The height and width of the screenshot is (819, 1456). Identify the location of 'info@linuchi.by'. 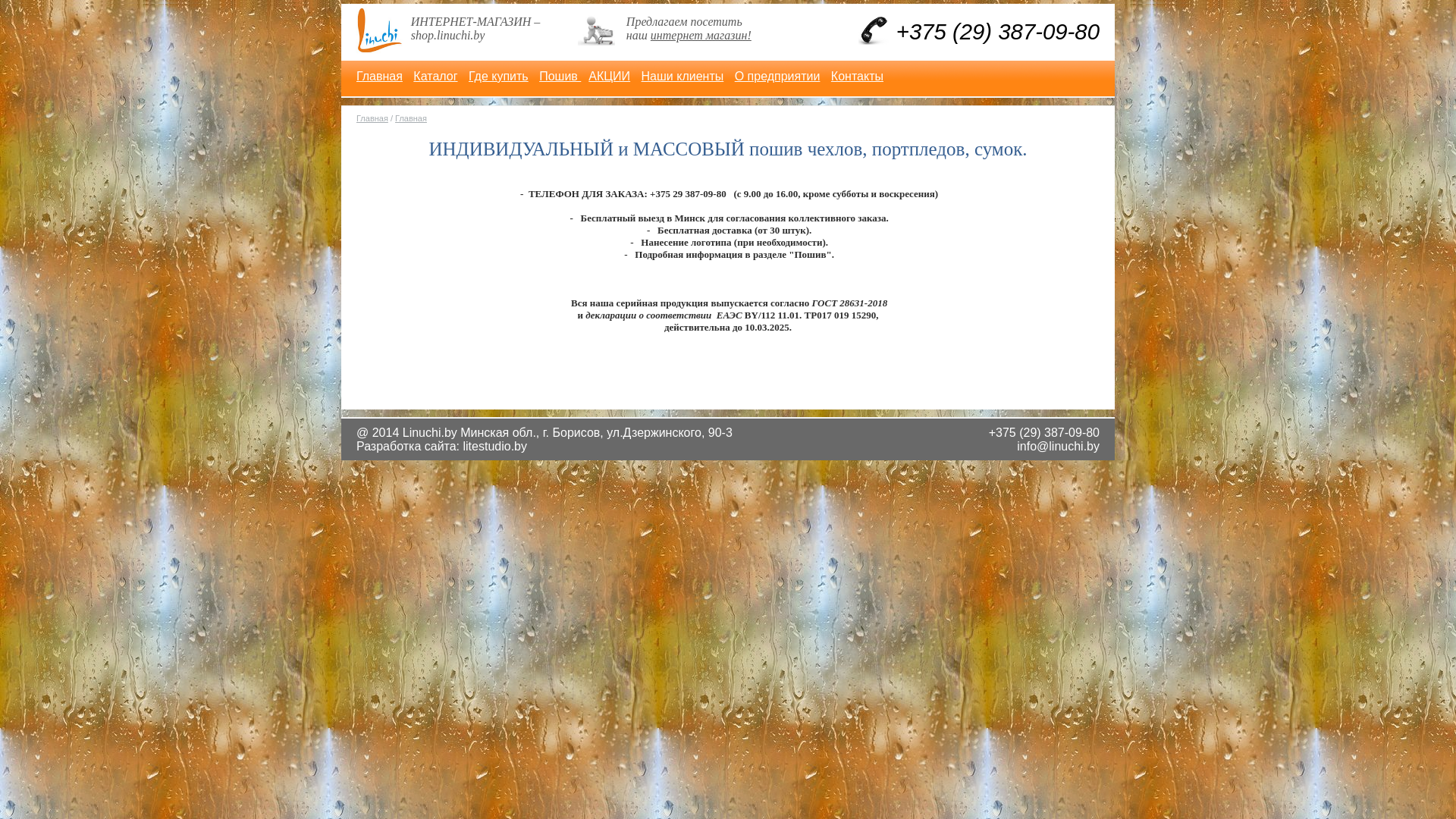
(1057, 445).